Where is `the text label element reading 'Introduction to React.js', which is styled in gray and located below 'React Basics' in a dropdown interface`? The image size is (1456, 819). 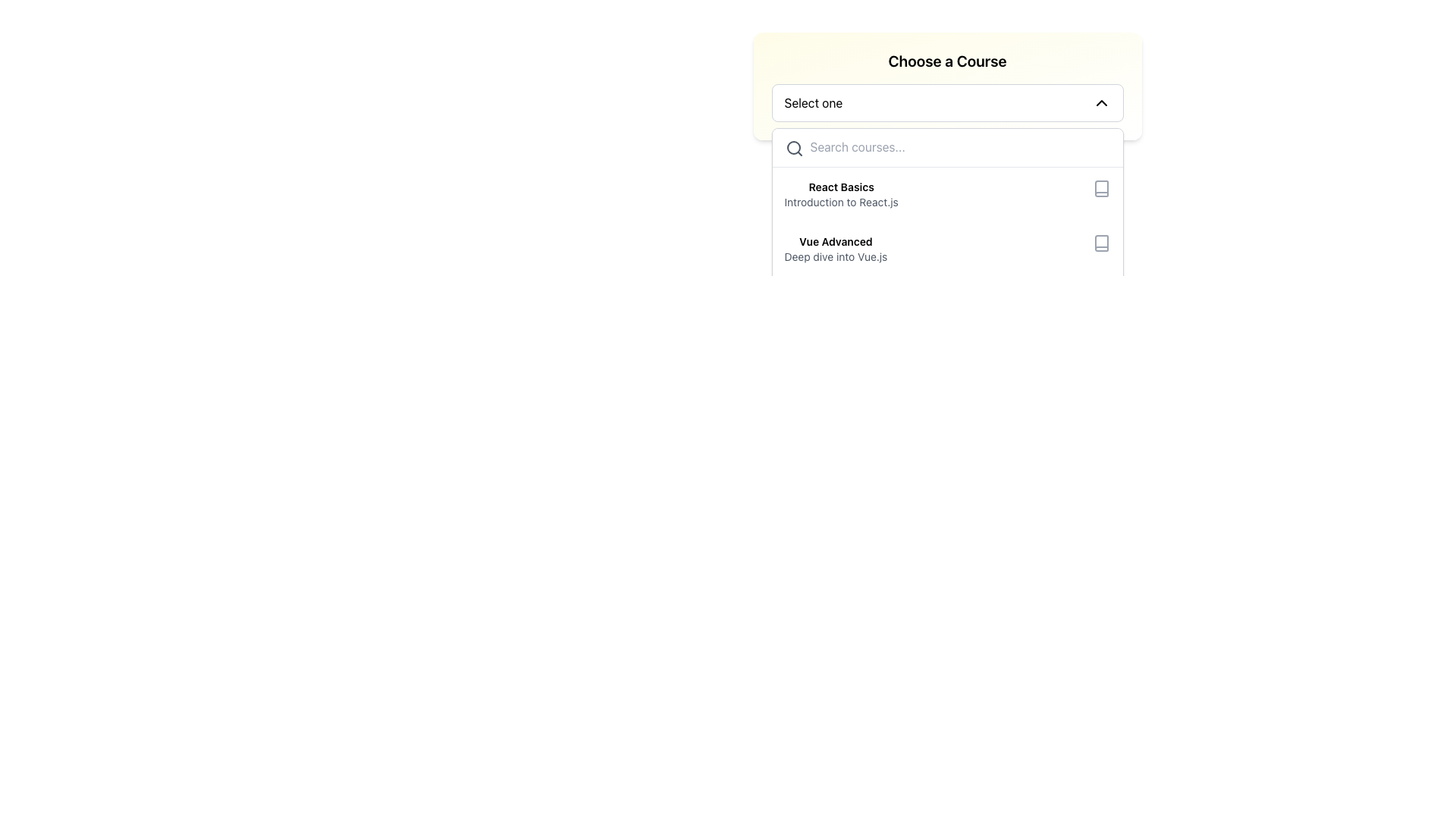
the text label element reading 'Introduction to React.js', which is styled in gray and located below 'React Basics' in a dropdown interface is located at coordinates (840, 201).